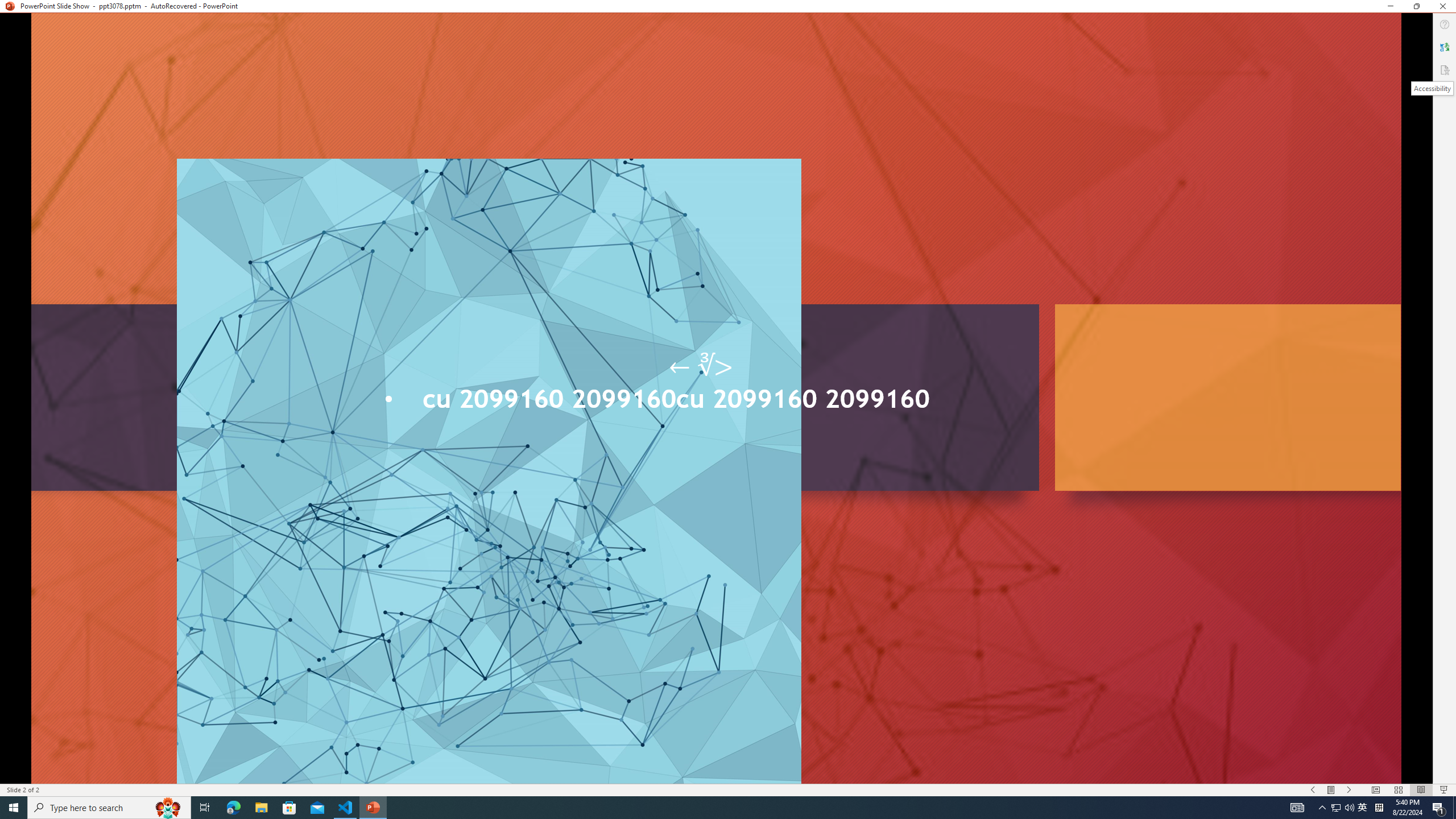  I want to click on 'Slide Show Previous On', so click(1313, 790).